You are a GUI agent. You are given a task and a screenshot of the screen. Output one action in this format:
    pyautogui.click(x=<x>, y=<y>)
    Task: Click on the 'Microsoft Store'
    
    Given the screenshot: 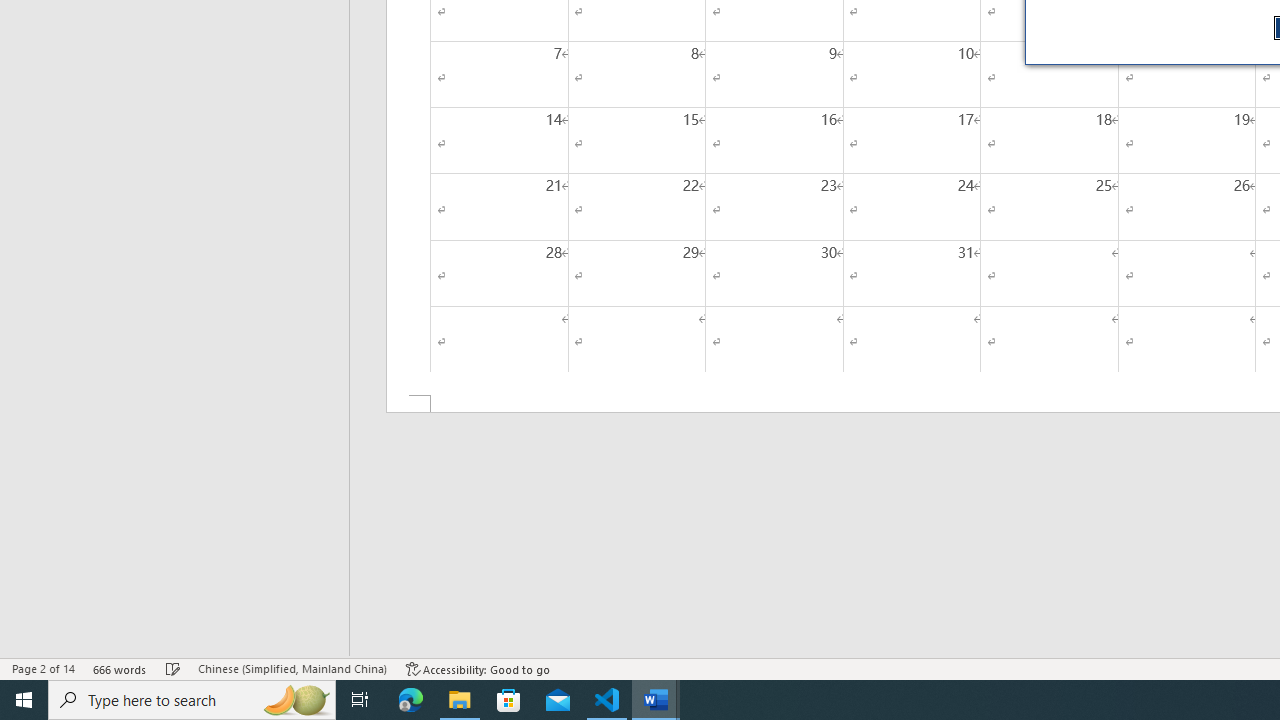 What is the action you would take?
    pyautogui.click(x=509, y=698)
    